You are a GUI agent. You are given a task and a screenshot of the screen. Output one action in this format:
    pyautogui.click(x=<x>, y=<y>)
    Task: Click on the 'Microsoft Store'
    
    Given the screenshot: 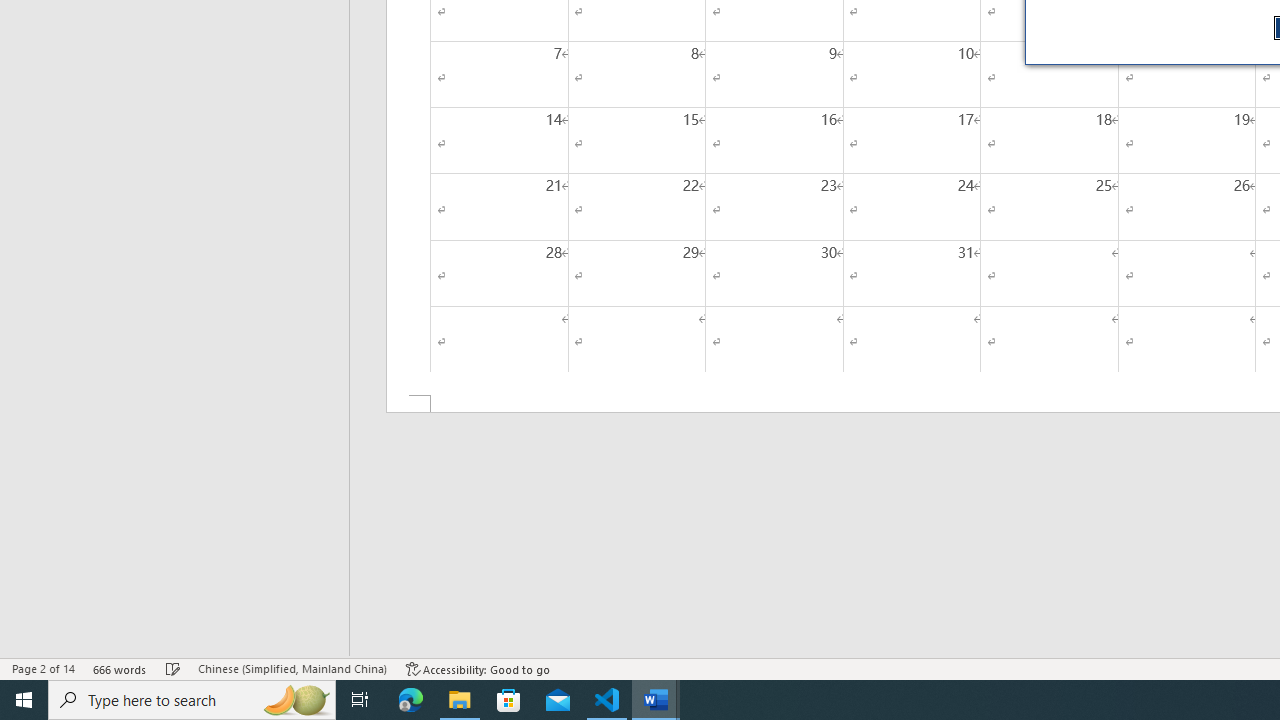 What is the action you would take?
    pyautogui.click(x=509, y=698)
    